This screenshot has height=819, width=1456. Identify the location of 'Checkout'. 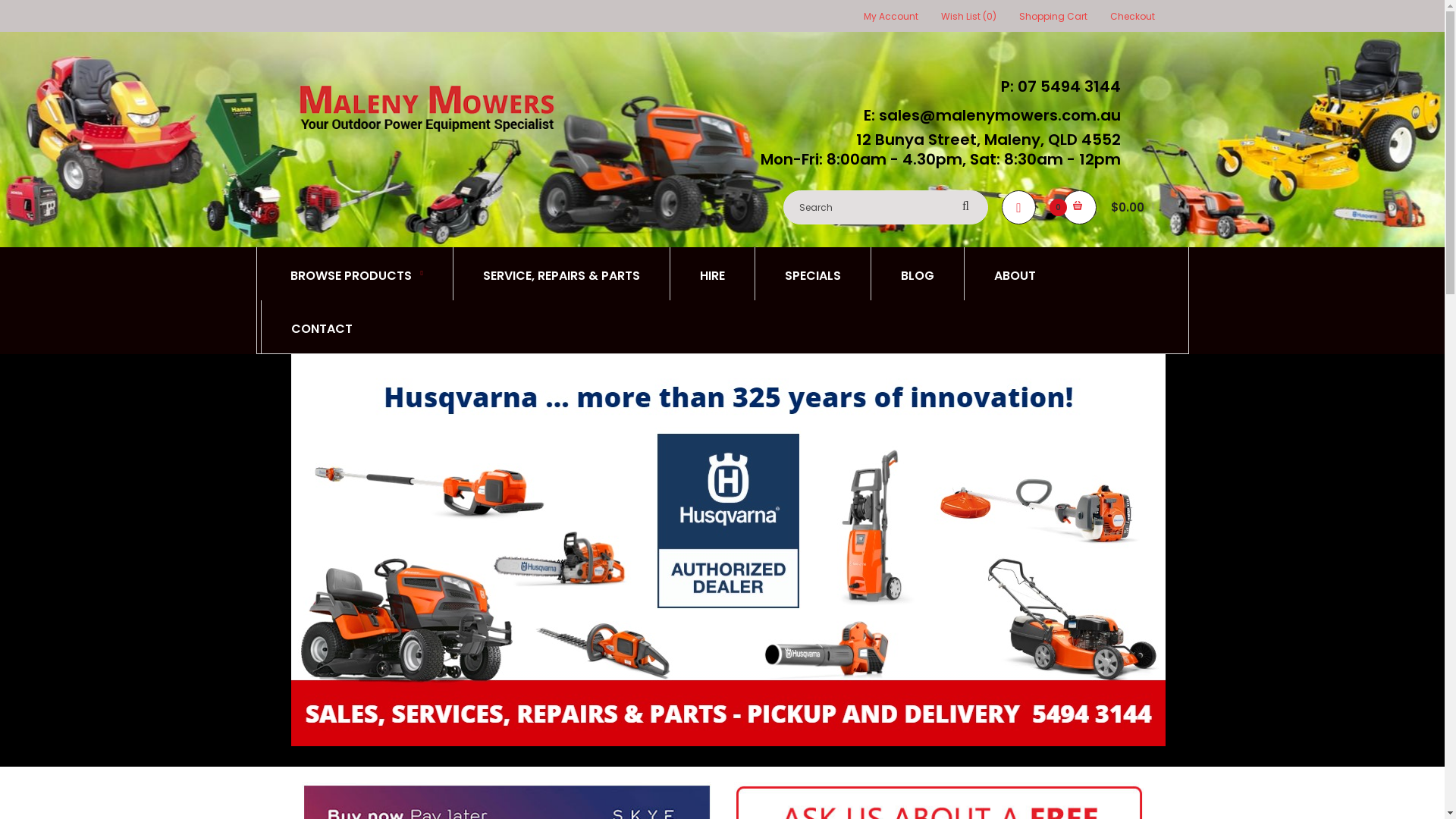
(1110, 16).